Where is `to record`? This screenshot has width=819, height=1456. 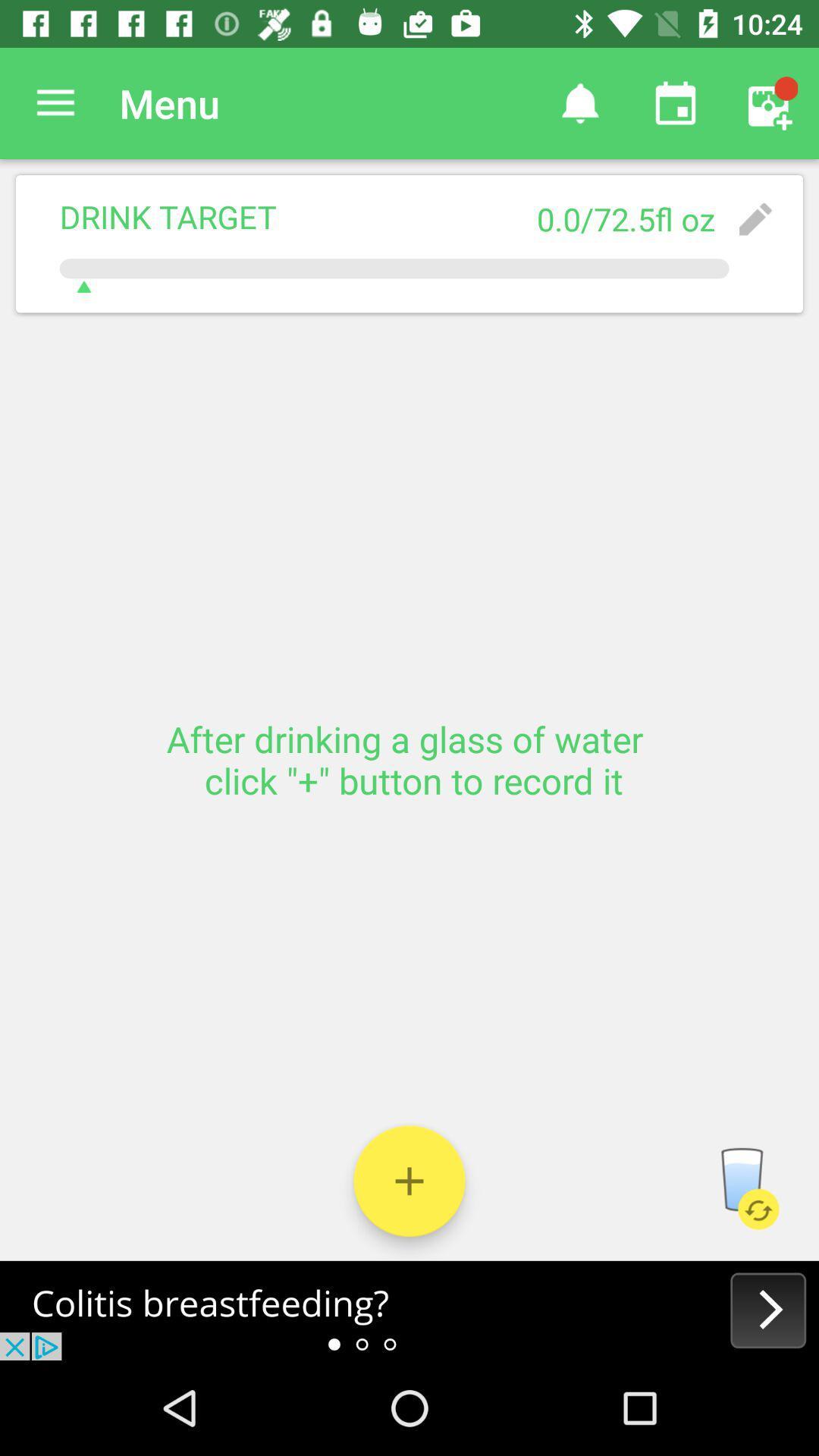
to record is located at coordinates (409, 1180).